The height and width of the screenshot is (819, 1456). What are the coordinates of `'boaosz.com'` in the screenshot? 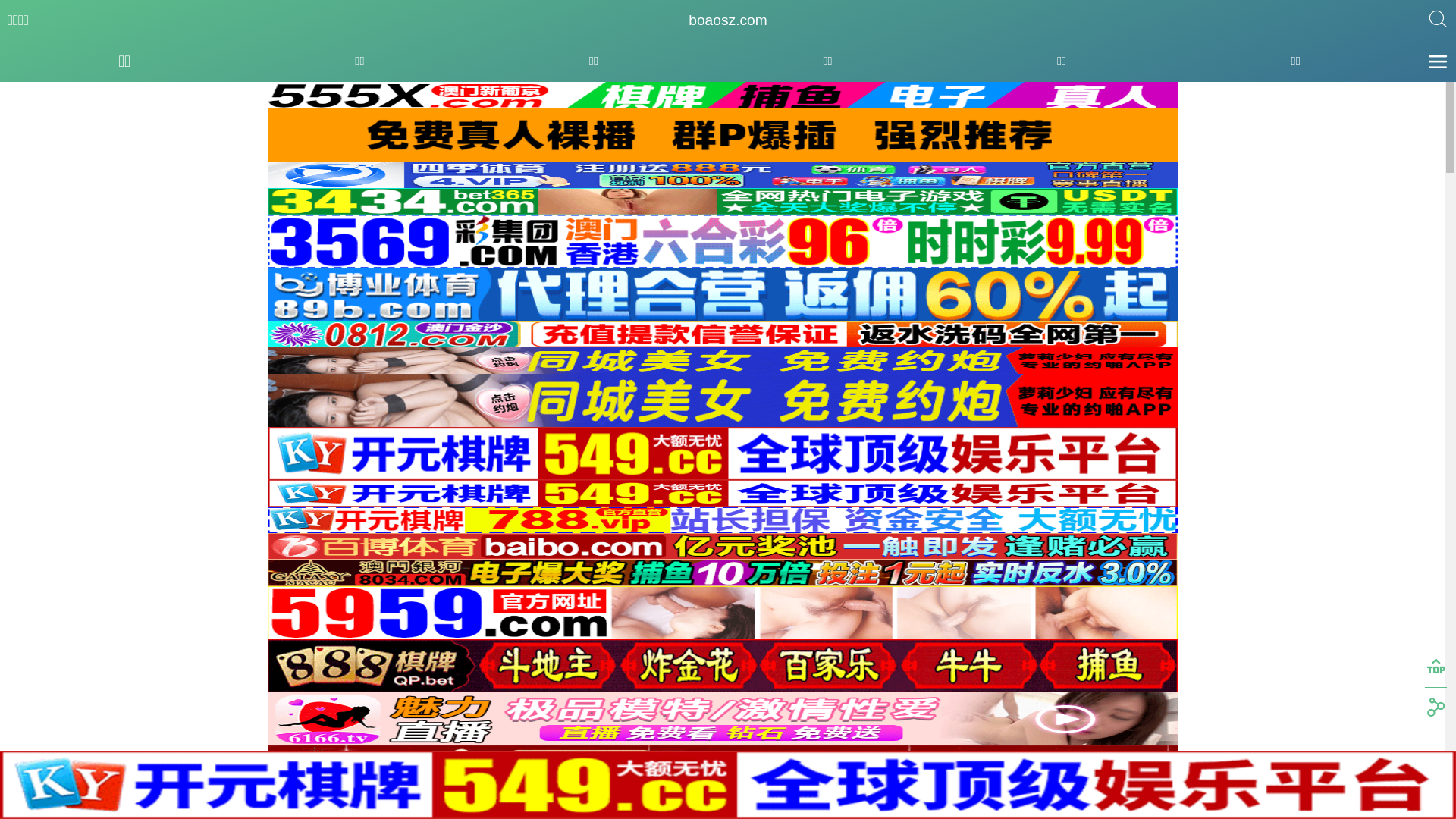 It's located at (687, 20).